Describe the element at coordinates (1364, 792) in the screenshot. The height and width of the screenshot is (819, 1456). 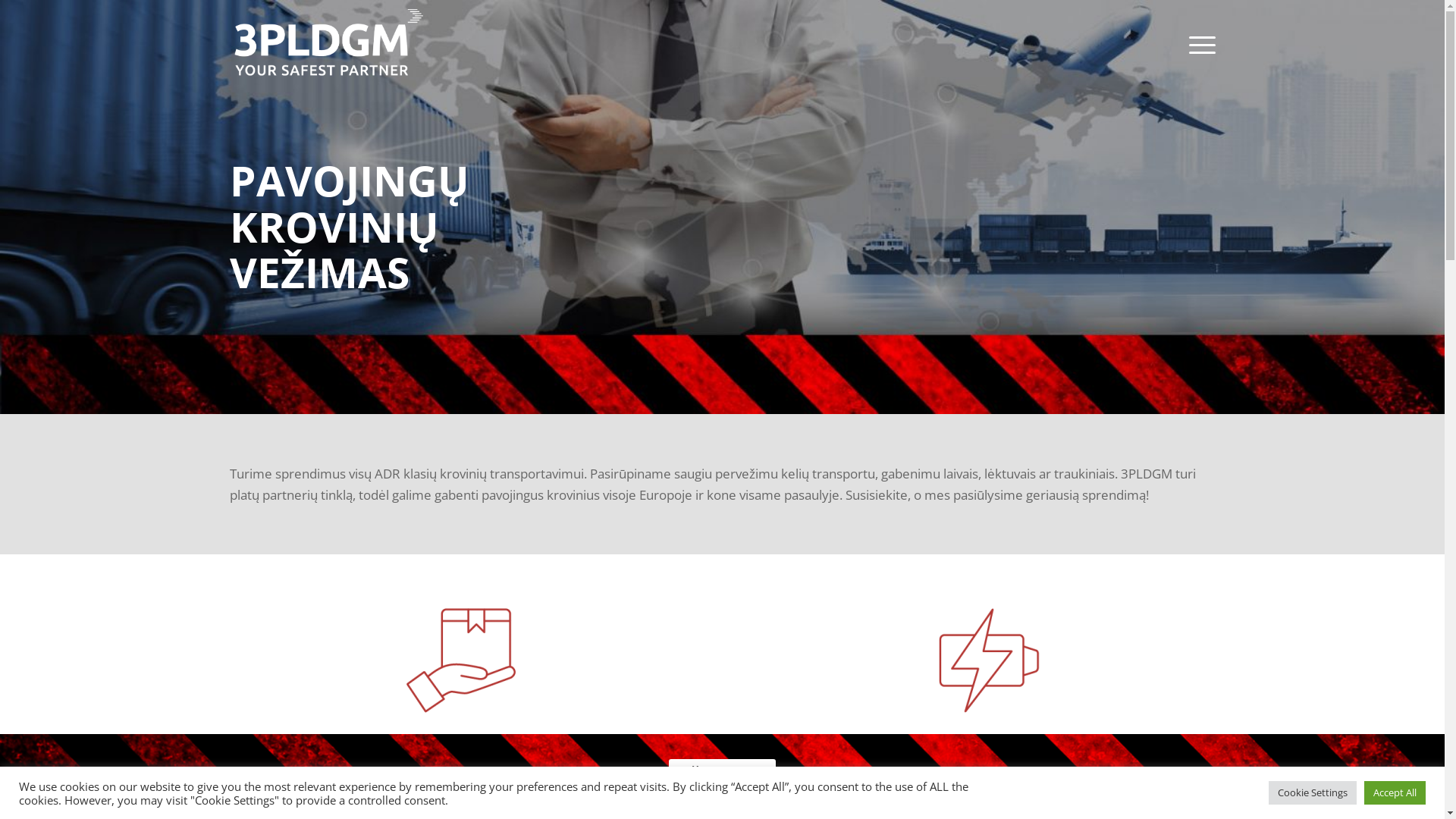
I see `'Accept All'` at that location.